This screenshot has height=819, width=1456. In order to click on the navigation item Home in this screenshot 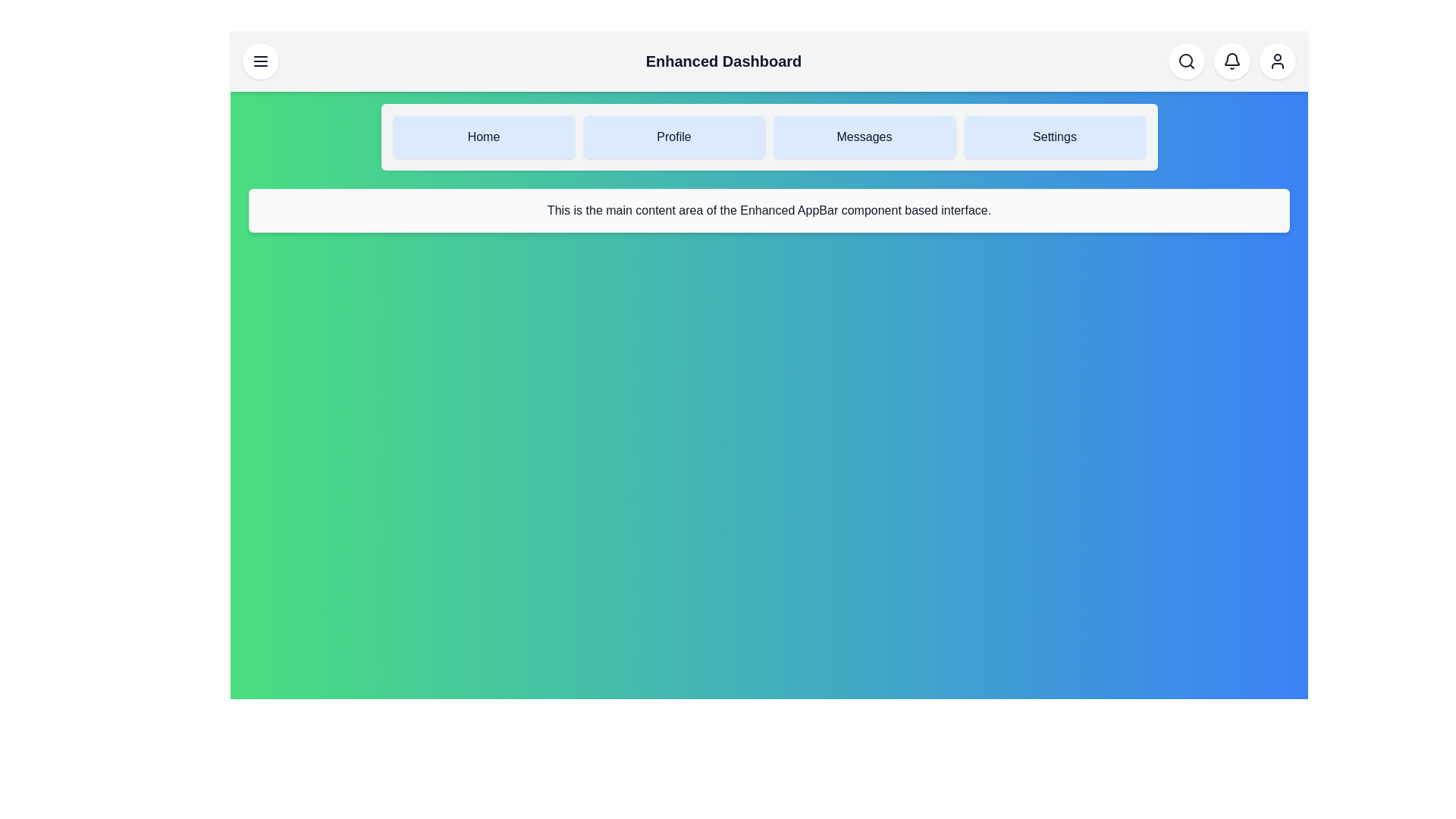, I will do `click(483, 137)`.